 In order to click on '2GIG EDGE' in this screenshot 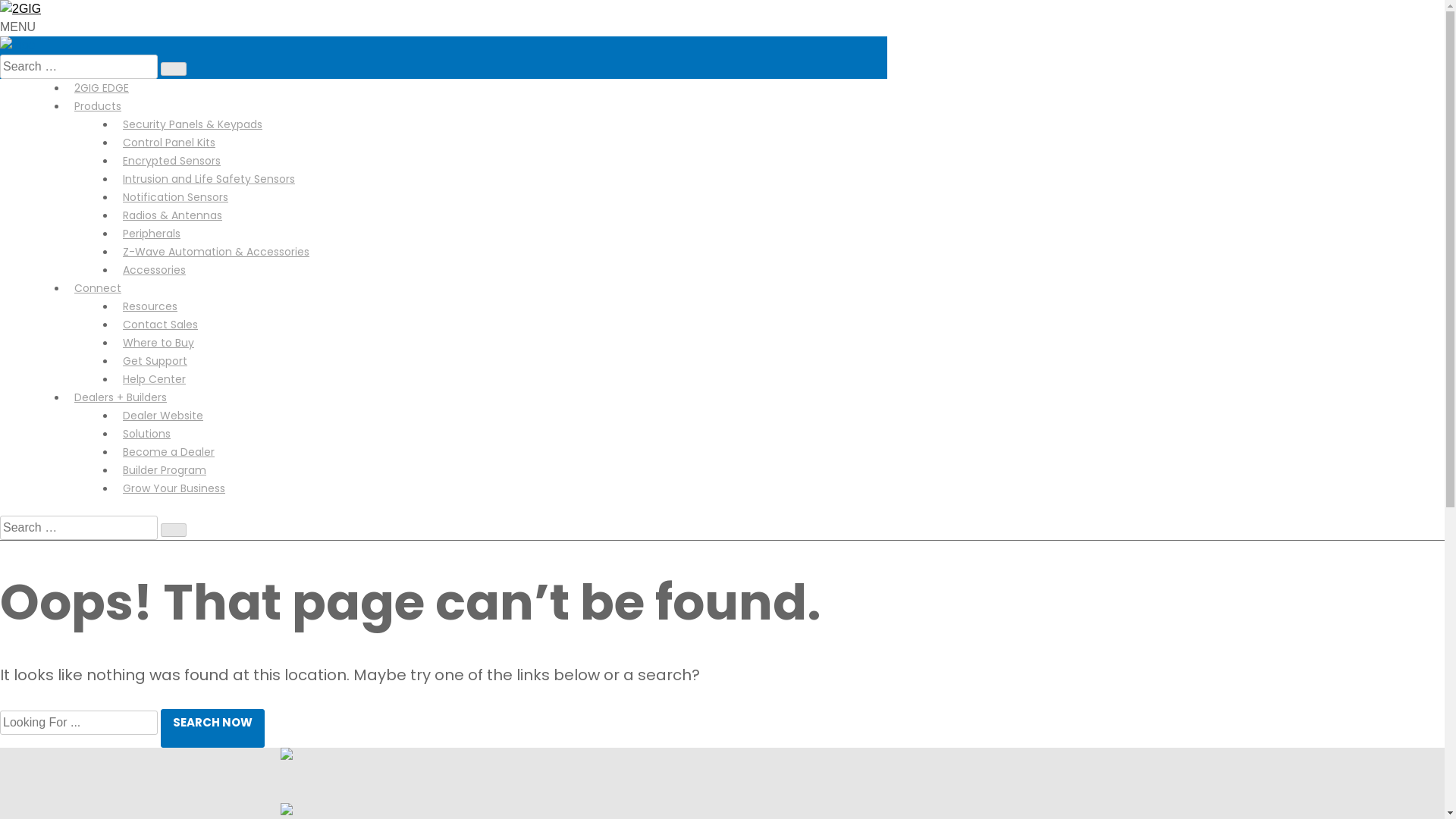, I will do `click(101, 87)`.